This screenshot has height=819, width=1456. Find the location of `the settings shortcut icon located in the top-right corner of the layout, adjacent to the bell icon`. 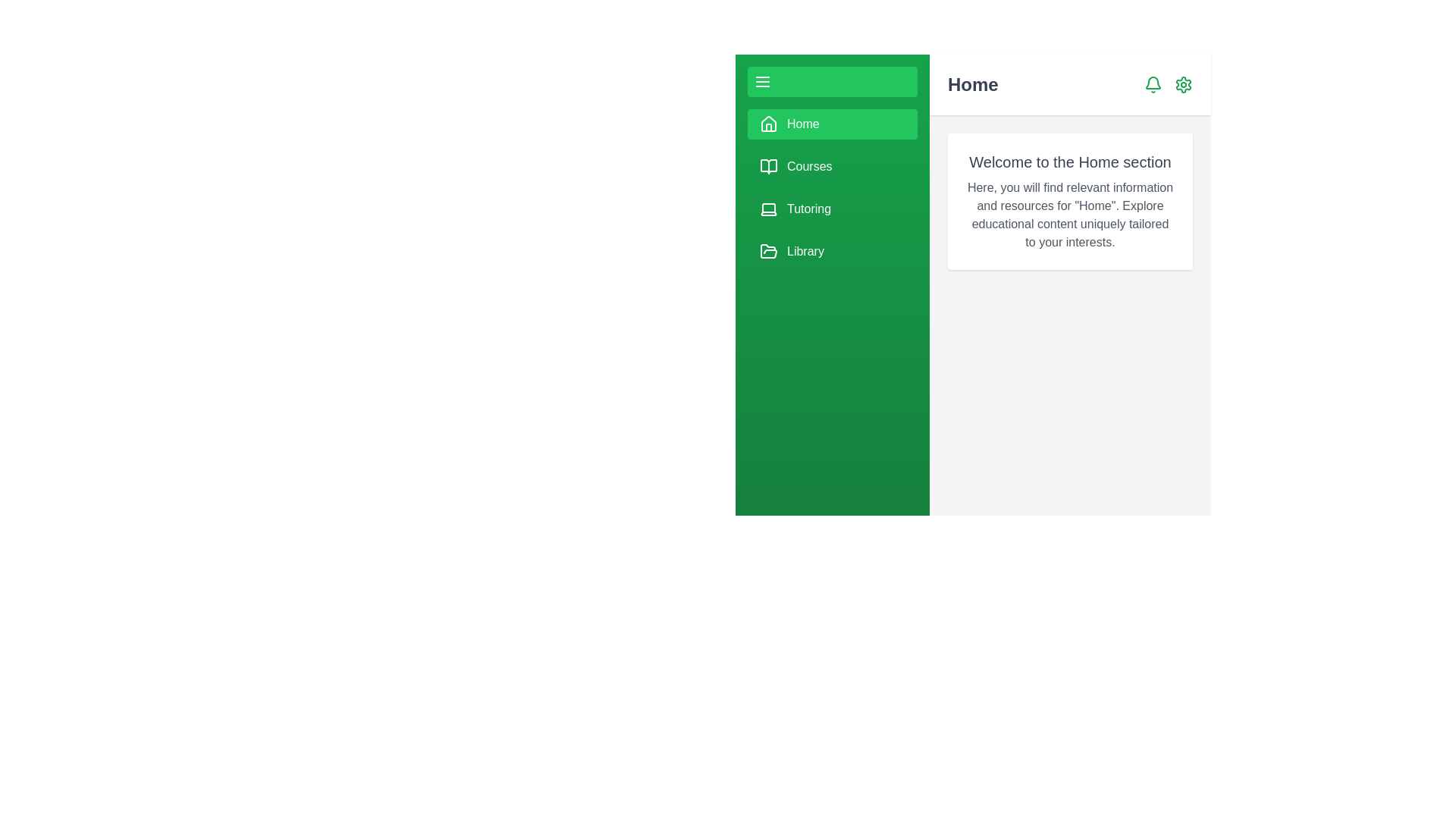

the settings shortcut icon located in the top-right corner of the layout, adjacent to the bell icon is located at coordinates (1182, 84).